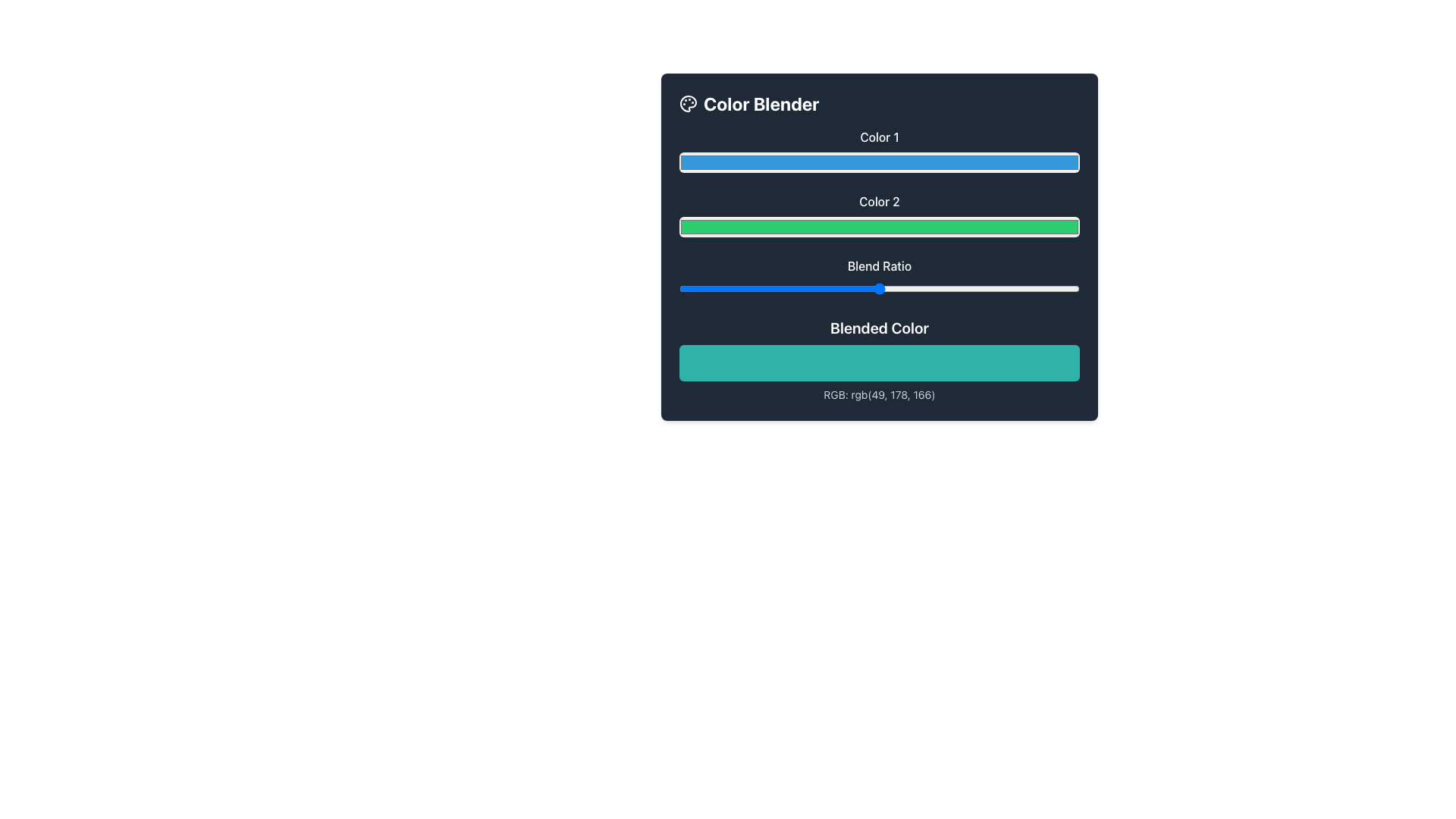 The height and width of the screenshot is (819, 1456). What do you see at coordinates (743, 289) in the screenshot?
I see `the Blend Ratio slider` at bounding box center [743, 289].